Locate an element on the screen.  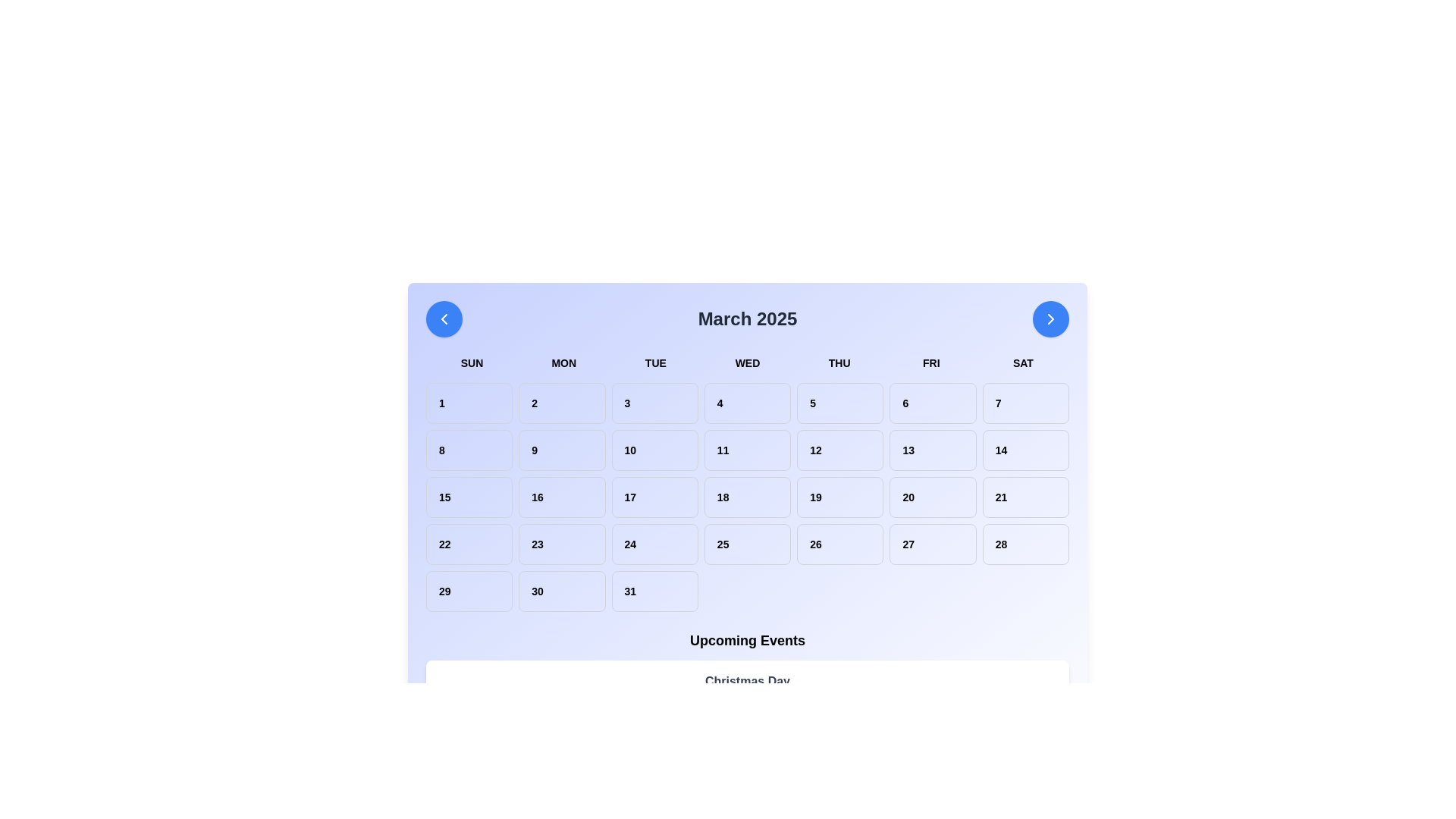
the button corresponding to the date '28' in the Saturday column of the March 2025 calendar is located at coordinates (1025, 543).